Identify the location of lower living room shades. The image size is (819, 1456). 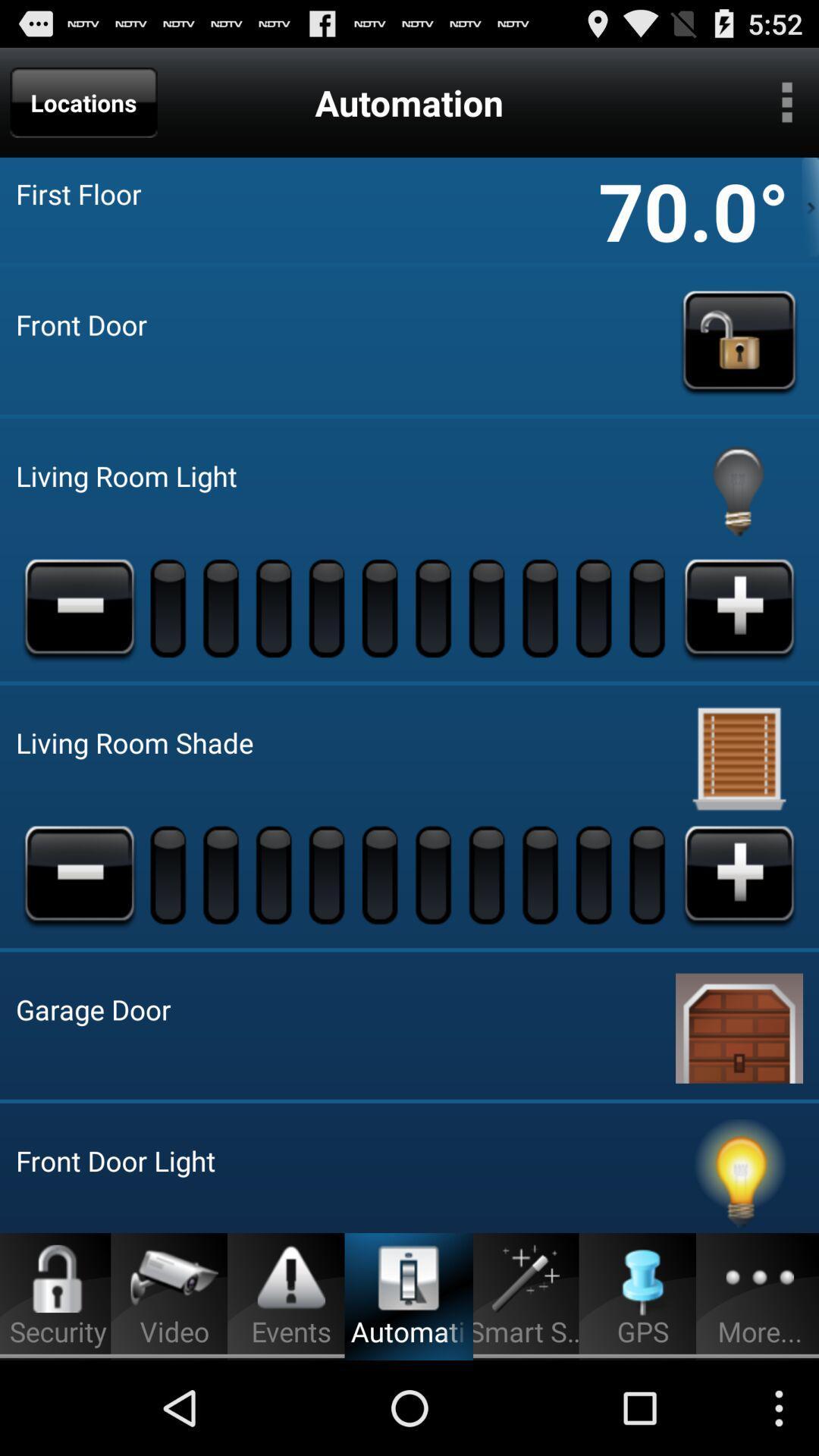
(79, 874).